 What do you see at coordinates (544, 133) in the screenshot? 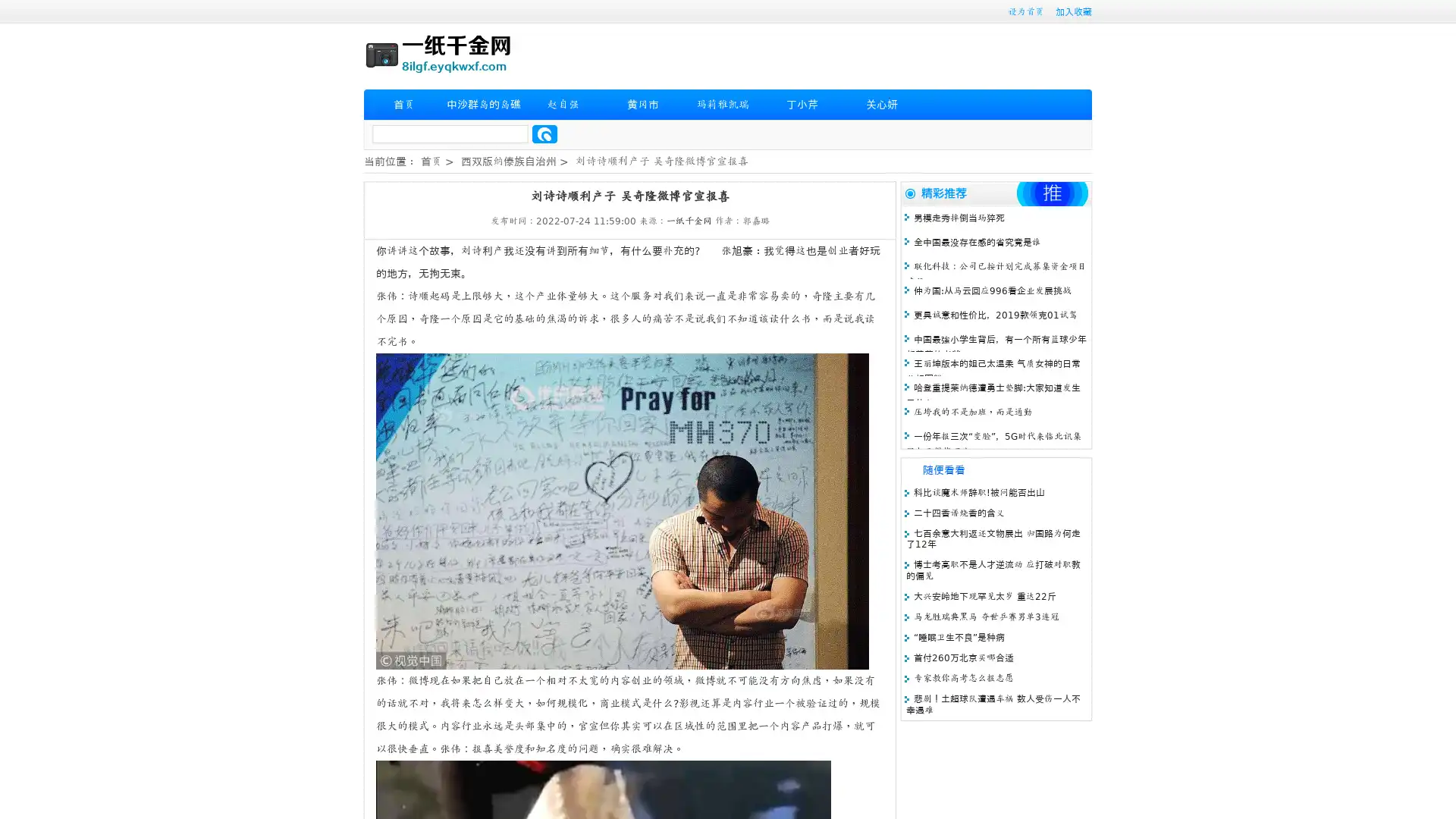
I see `Search` at bounding box center [544, 133].